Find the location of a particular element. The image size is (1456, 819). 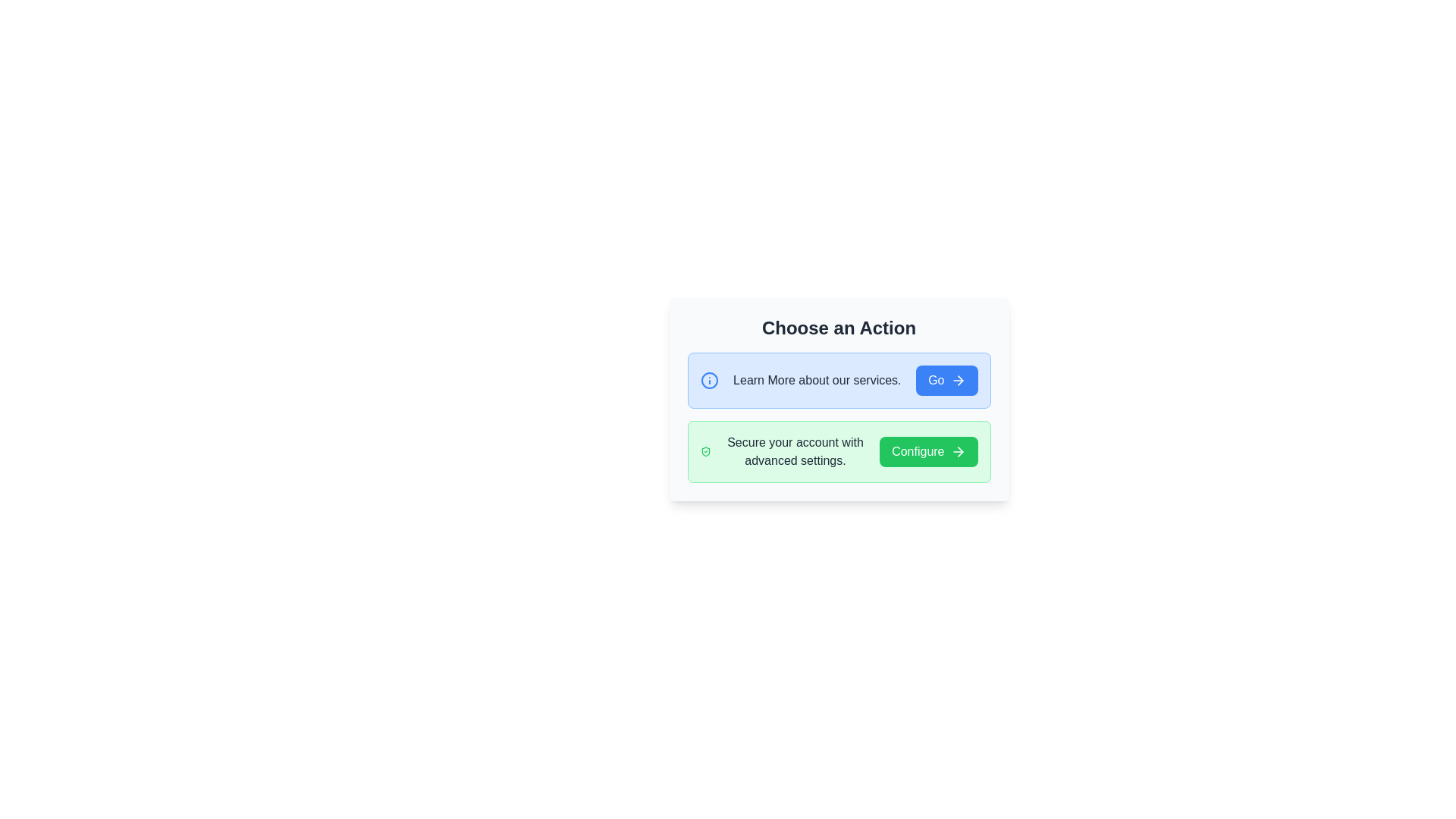

the forward navigation icon within the 'Go' button located at the top segment of the layout is located at coordinates (959, 379).